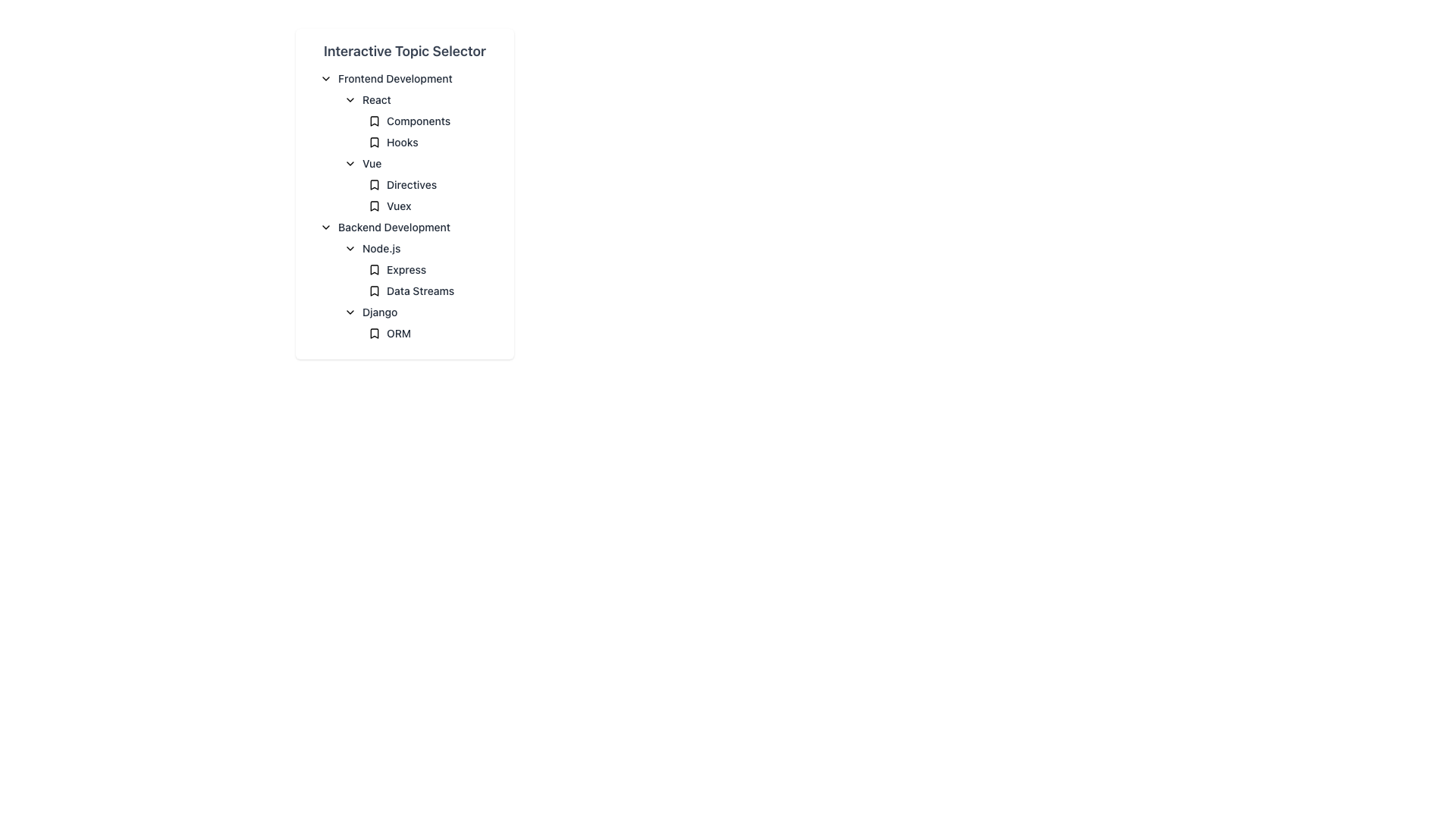 The height and width of the screenshot is (819, 1456). I want to click on the 'Data Streams' menu item located under the 'Node.js' category, so click(411, 281).